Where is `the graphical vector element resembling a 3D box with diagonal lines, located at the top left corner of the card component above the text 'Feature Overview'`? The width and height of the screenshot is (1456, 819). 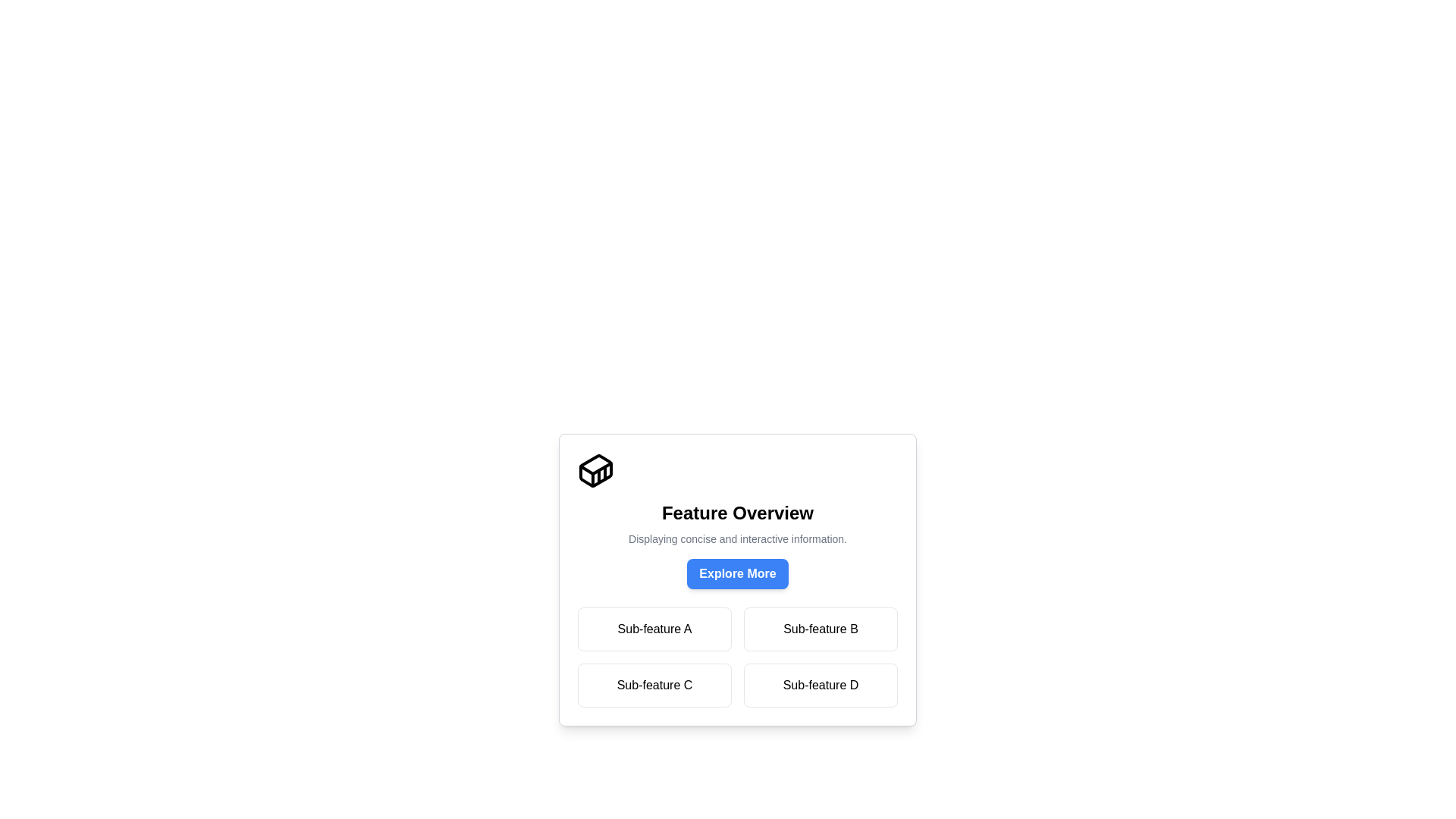 the graphical vector element resembling a 3D box with diagonal lines, located at the top left corner of the card component above the text 'Feature Overview' is located at coordinates (595, 470).